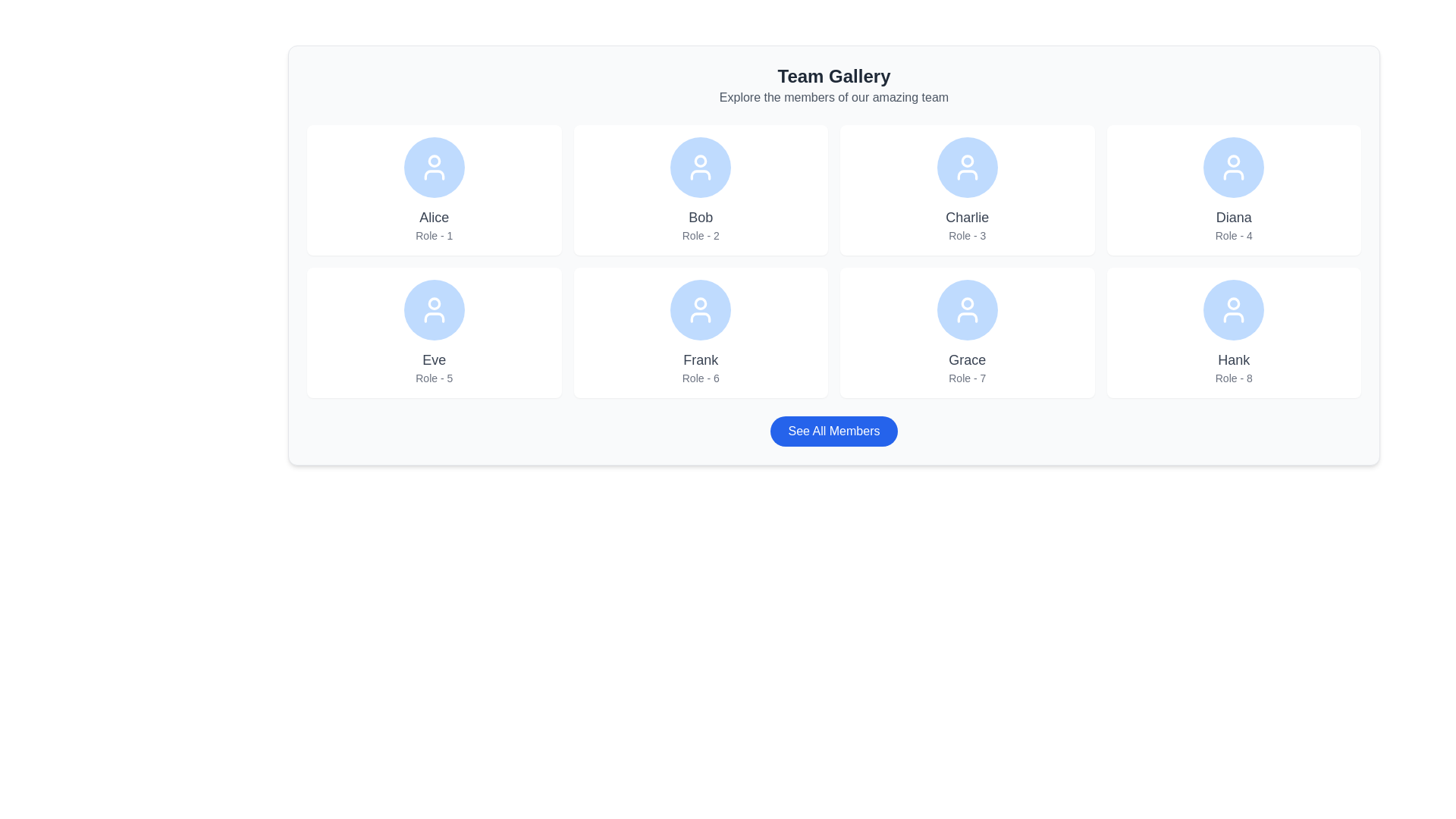 This screenshot has width=1456, height=819. Describe the element at coordinates (433, 377) in the screenshot. I see `the text label that provides supplementary information about the designation of 'Eve', located centrally within the card component in the second row and second column of the grid layout` at that location.